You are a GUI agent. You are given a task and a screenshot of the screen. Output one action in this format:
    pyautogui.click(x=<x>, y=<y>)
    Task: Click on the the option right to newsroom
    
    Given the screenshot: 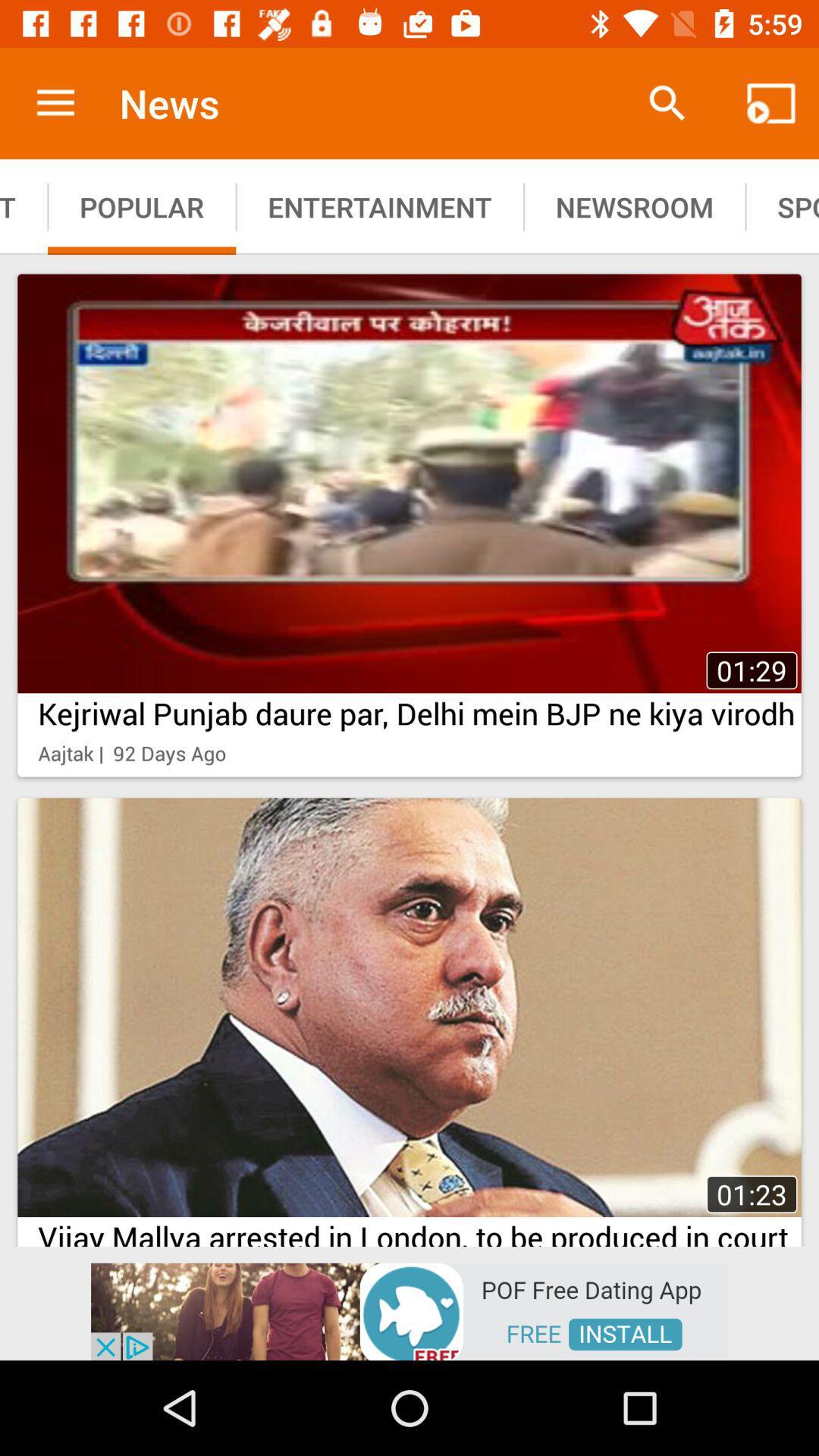 What is the action you would take?
    pyautogui.click(x=782, y=206)
    